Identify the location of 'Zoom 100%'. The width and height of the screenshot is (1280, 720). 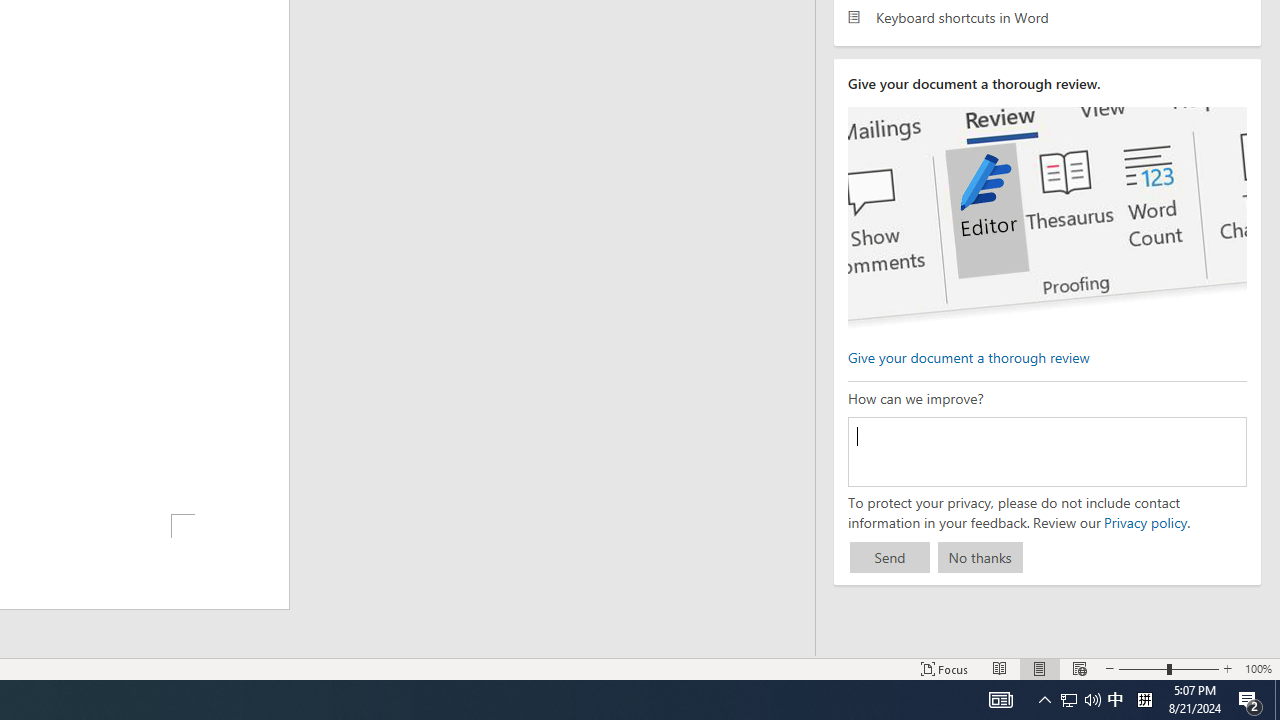
(1257, 669).